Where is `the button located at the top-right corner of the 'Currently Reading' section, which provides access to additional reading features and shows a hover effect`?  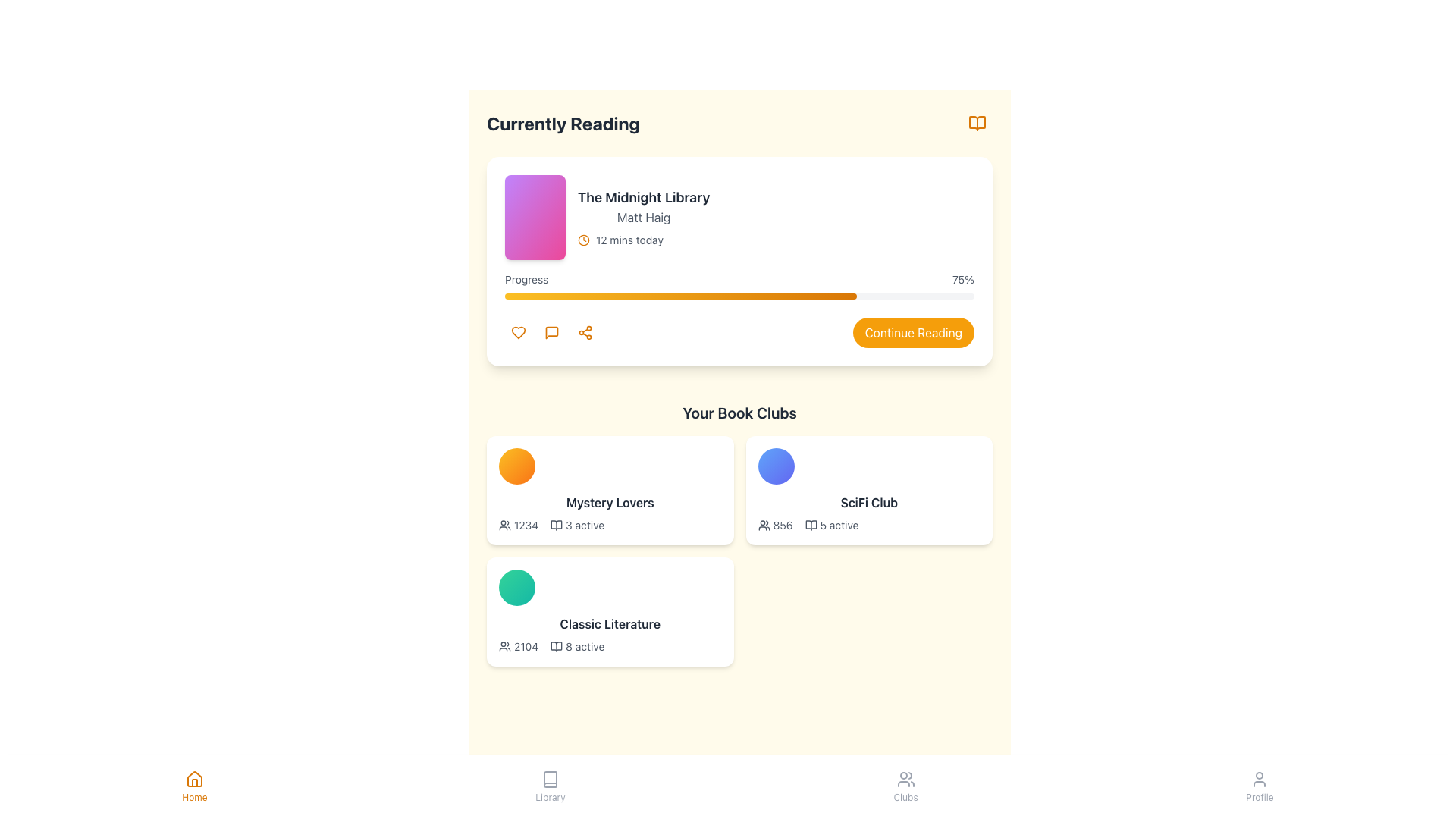
the button located at the top-right corner of the 'Currently Reading' section, which provides access to additional reading features and shows a hover effect is located at coordinates (977, 122).